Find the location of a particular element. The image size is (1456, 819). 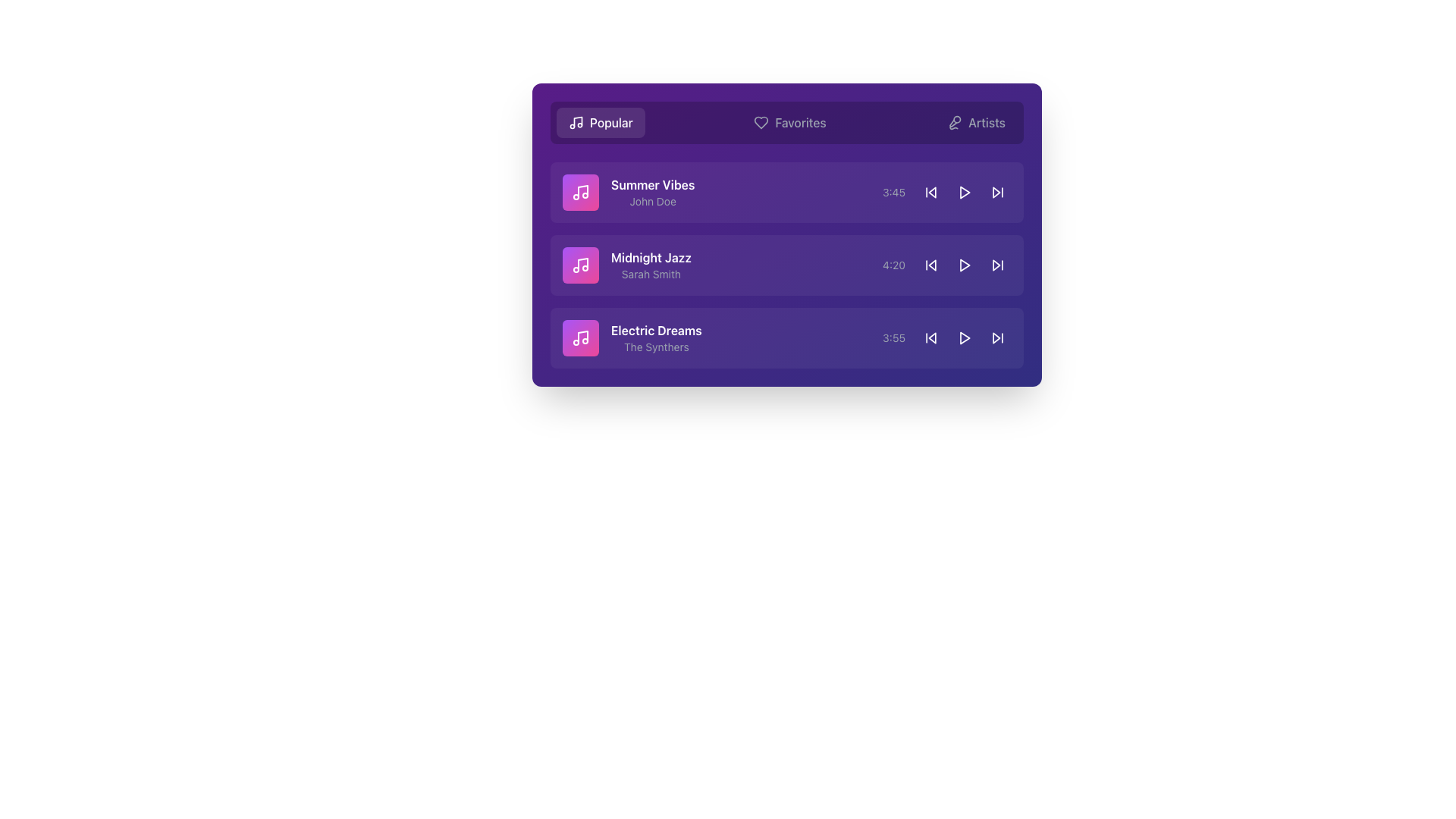

the 'Popular' text display in the navigation bar, which is styled in white color and located next to a music note icon is located at coordinates (611, 122).